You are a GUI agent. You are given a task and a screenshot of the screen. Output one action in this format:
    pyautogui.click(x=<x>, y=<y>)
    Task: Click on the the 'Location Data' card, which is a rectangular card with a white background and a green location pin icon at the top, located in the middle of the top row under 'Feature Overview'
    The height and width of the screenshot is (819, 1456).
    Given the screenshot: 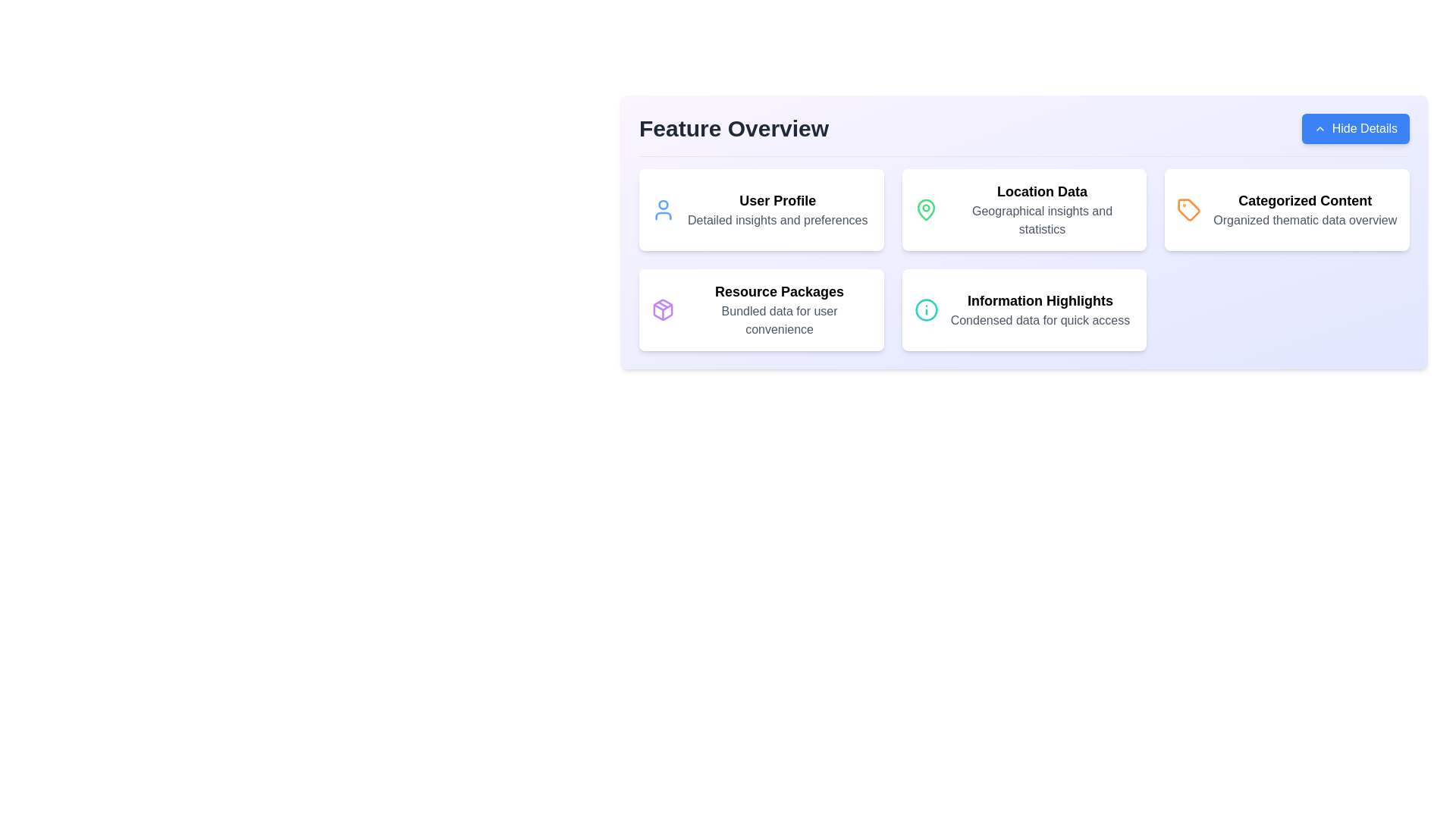 What is the action you would take?
    pyautogui.click(x=1024, y=210)
    